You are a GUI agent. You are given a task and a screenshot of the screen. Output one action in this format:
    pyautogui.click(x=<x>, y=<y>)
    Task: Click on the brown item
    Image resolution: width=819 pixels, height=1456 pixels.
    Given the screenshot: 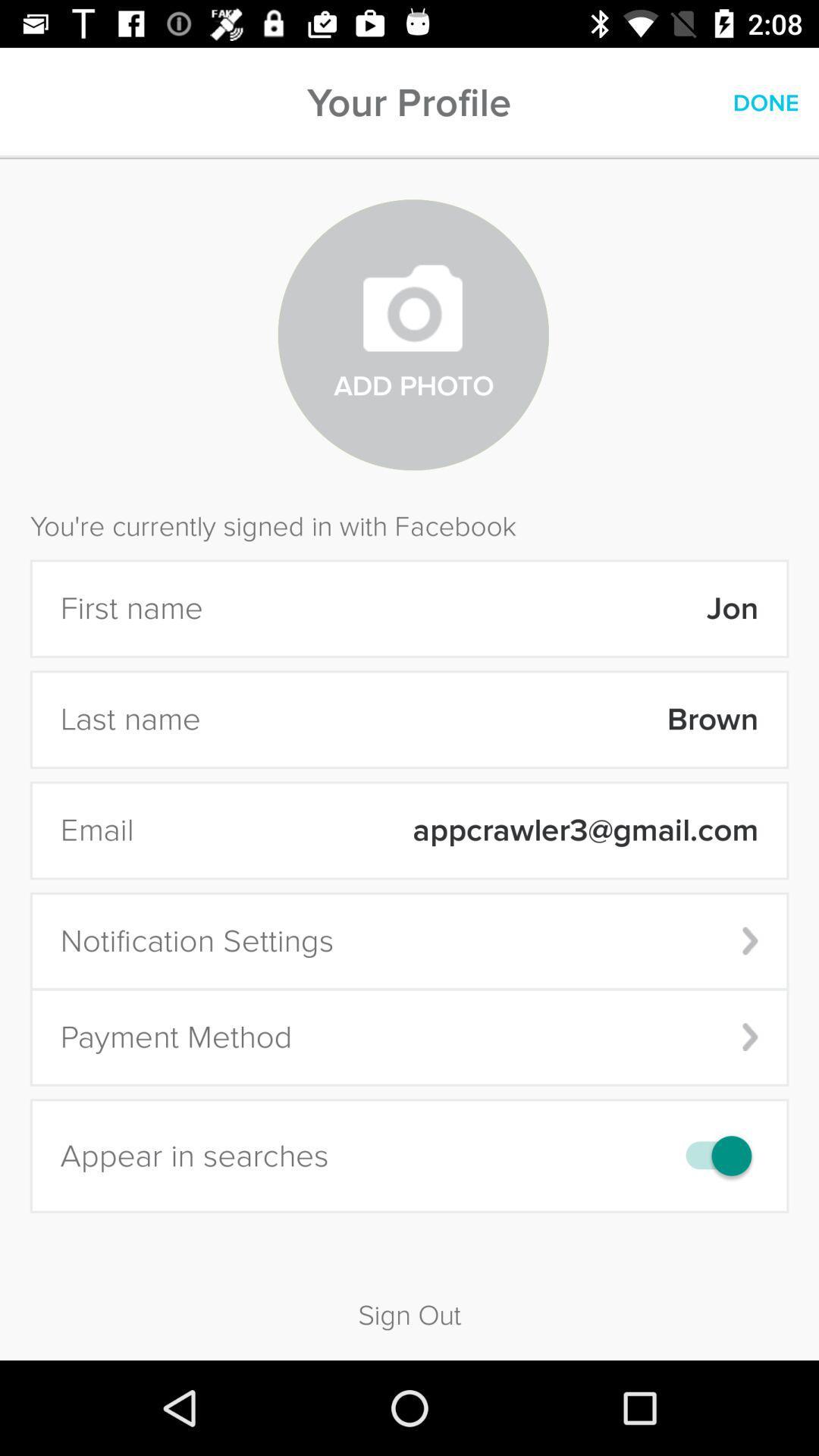 What is the action you would take?
    pyautogui.click(x=489, y=719)
    